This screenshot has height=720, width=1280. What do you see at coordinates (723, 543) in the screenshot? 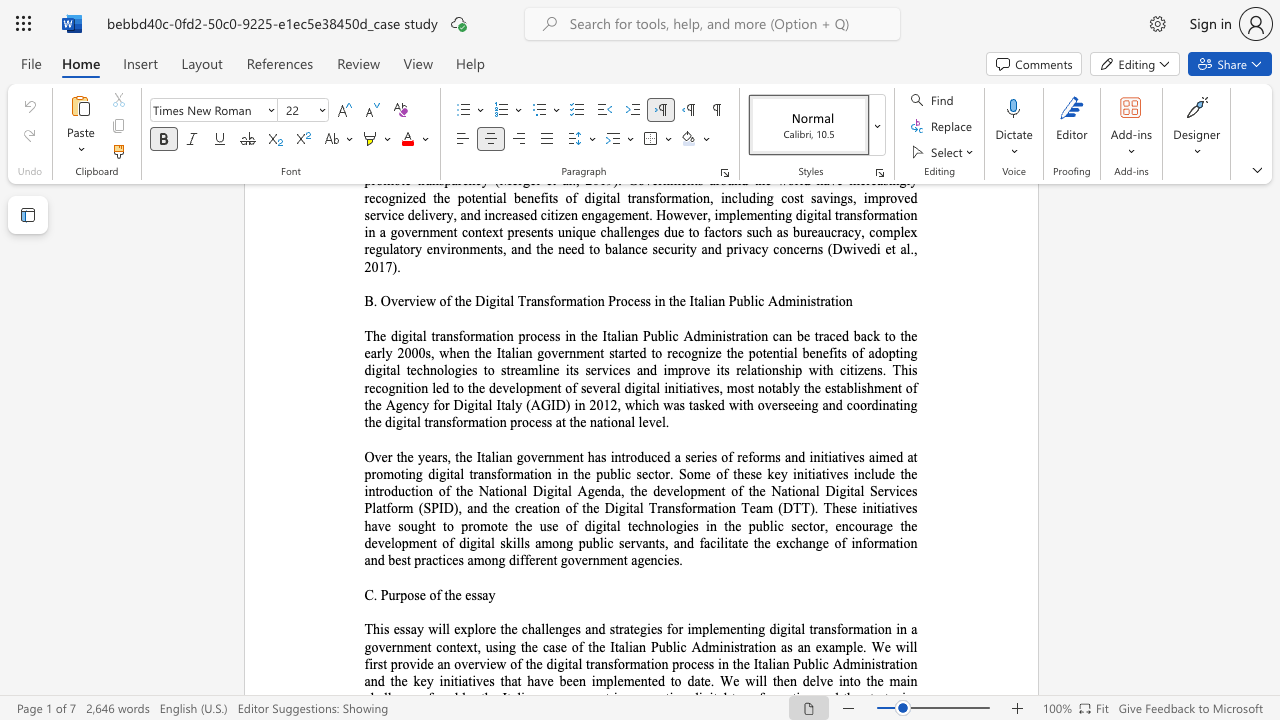
I see `the subset text "it" within the text "facilitate"` at bounding box center [723, 543].